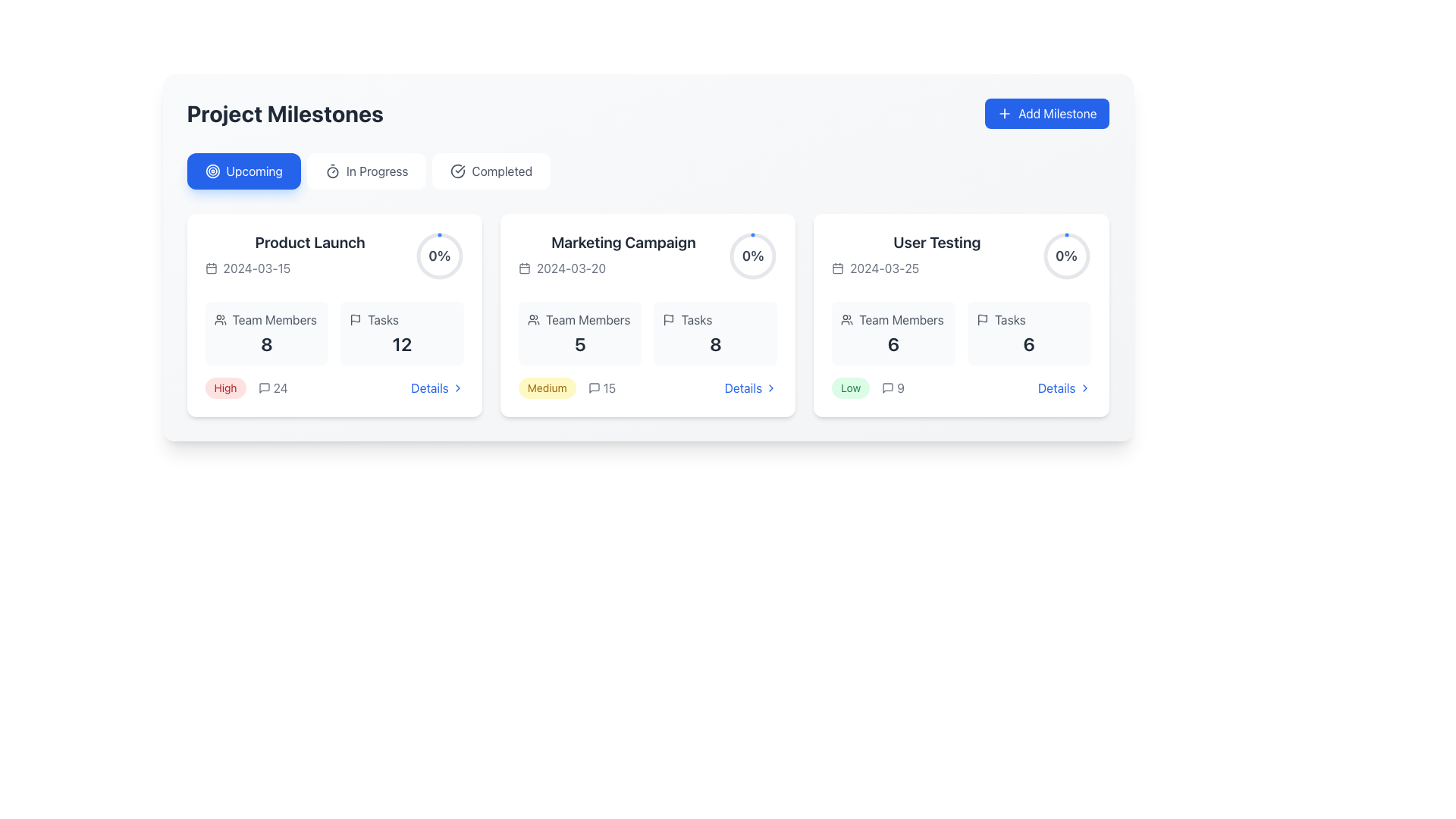 Image resolution: width=1456 pixels, height=819 pixels. Describe the element at coordinates (579, 332) in the screenshot. I see `the 'Team Members' text with icon, which displays the number '5' and is located in the second card under 'Marketing Campaign'` at that location.